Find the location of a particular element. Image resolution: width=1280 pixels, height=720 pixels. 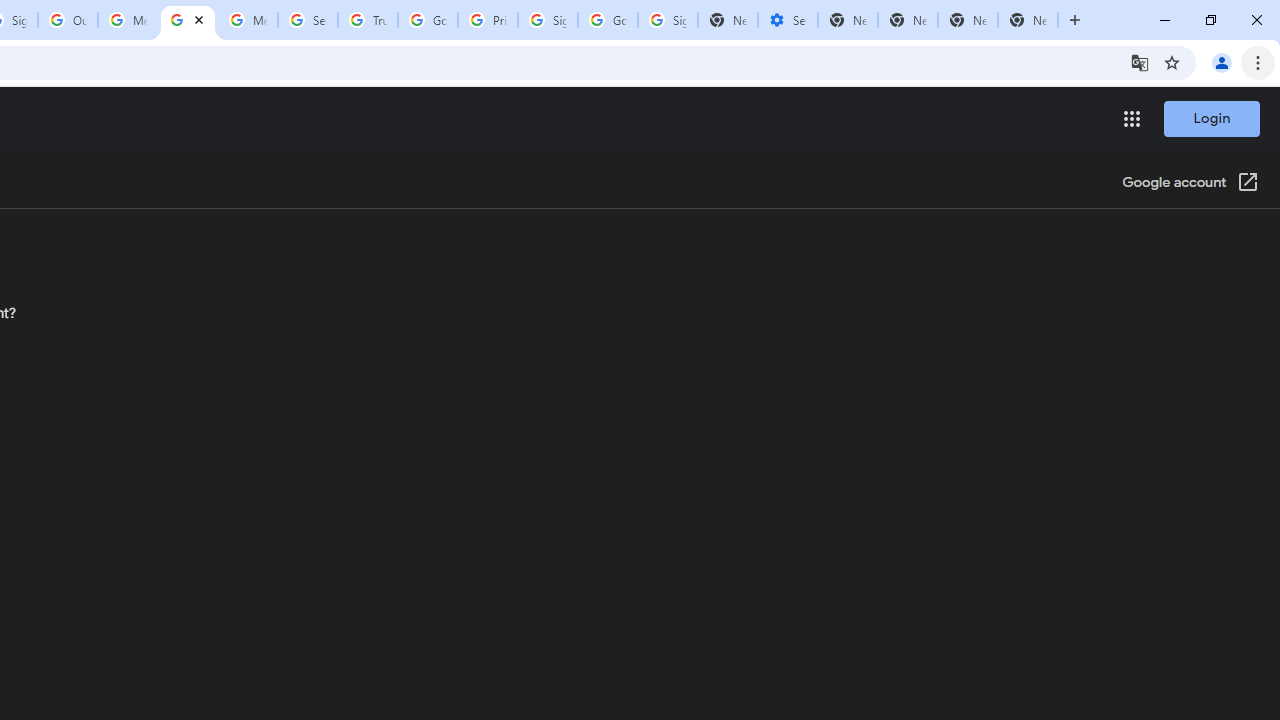

'Trusted Information and Content - Google Safety Center' is located at coordinates (368, 20).